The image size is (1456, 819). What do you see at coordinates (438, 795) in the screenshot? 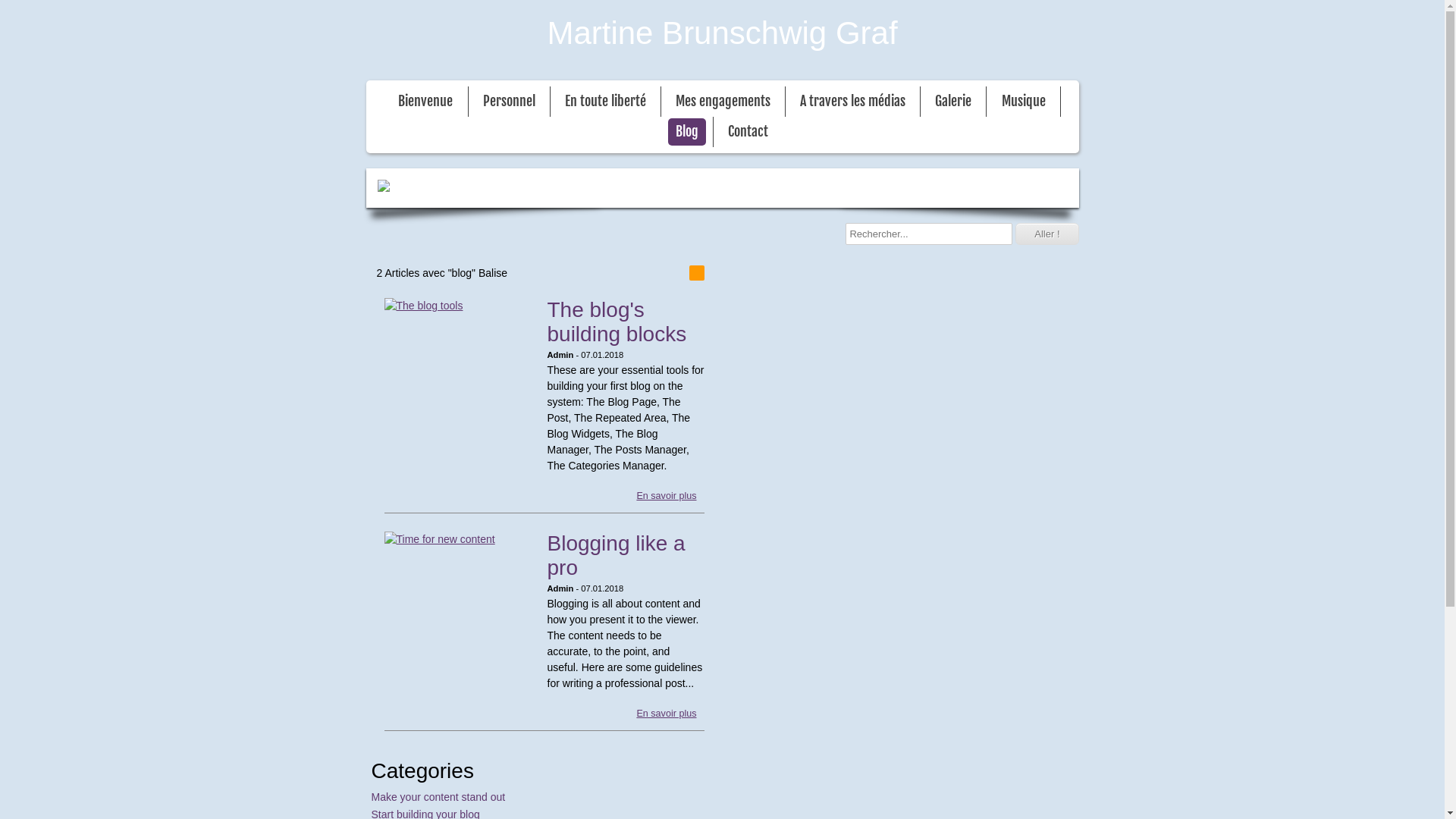
I see `'Make your content stand out'` at bounding box center [438, 795].